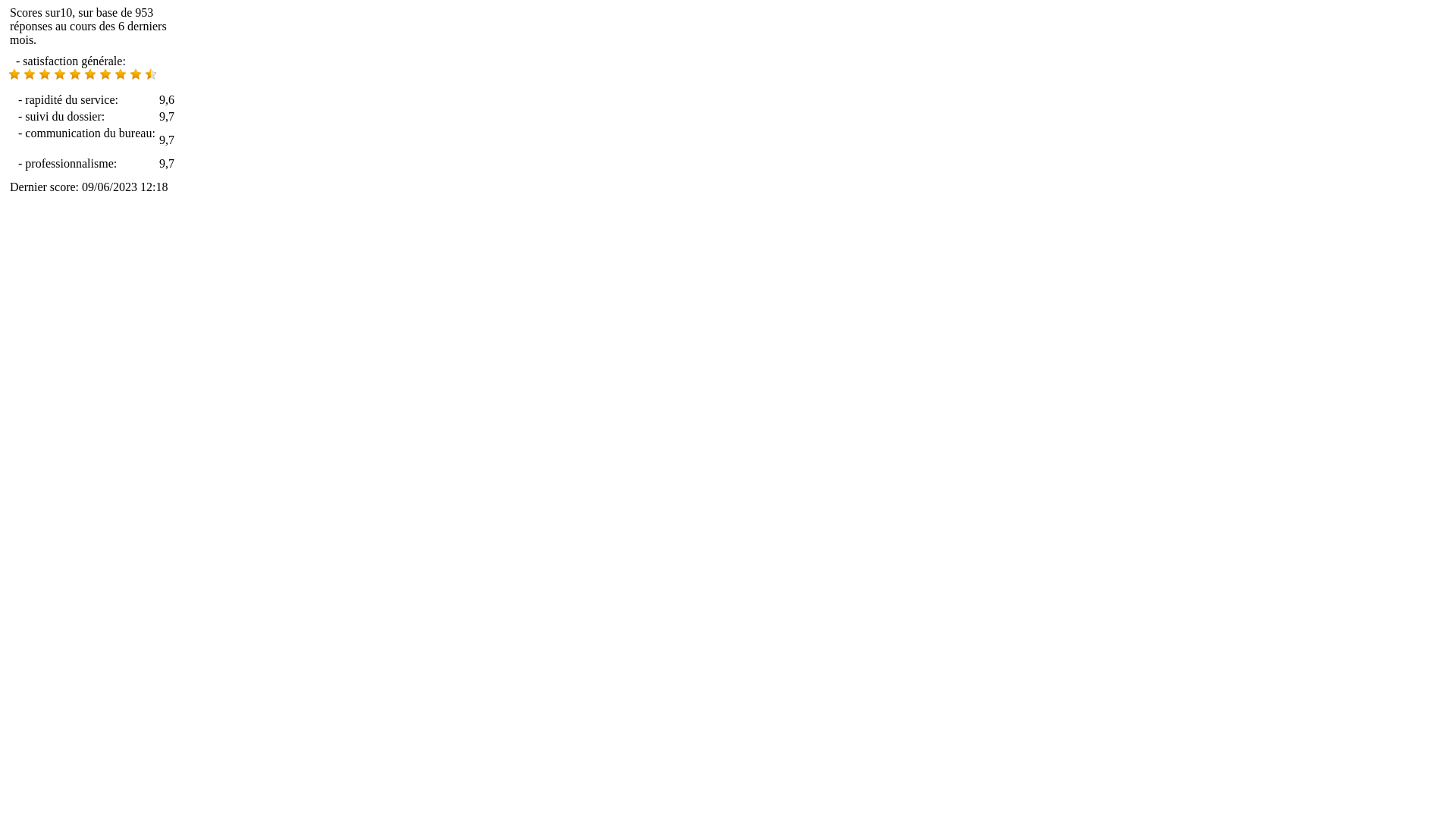 The image size is (1456, 819). I want to click on '9.6715634837356', so click(145, 74).